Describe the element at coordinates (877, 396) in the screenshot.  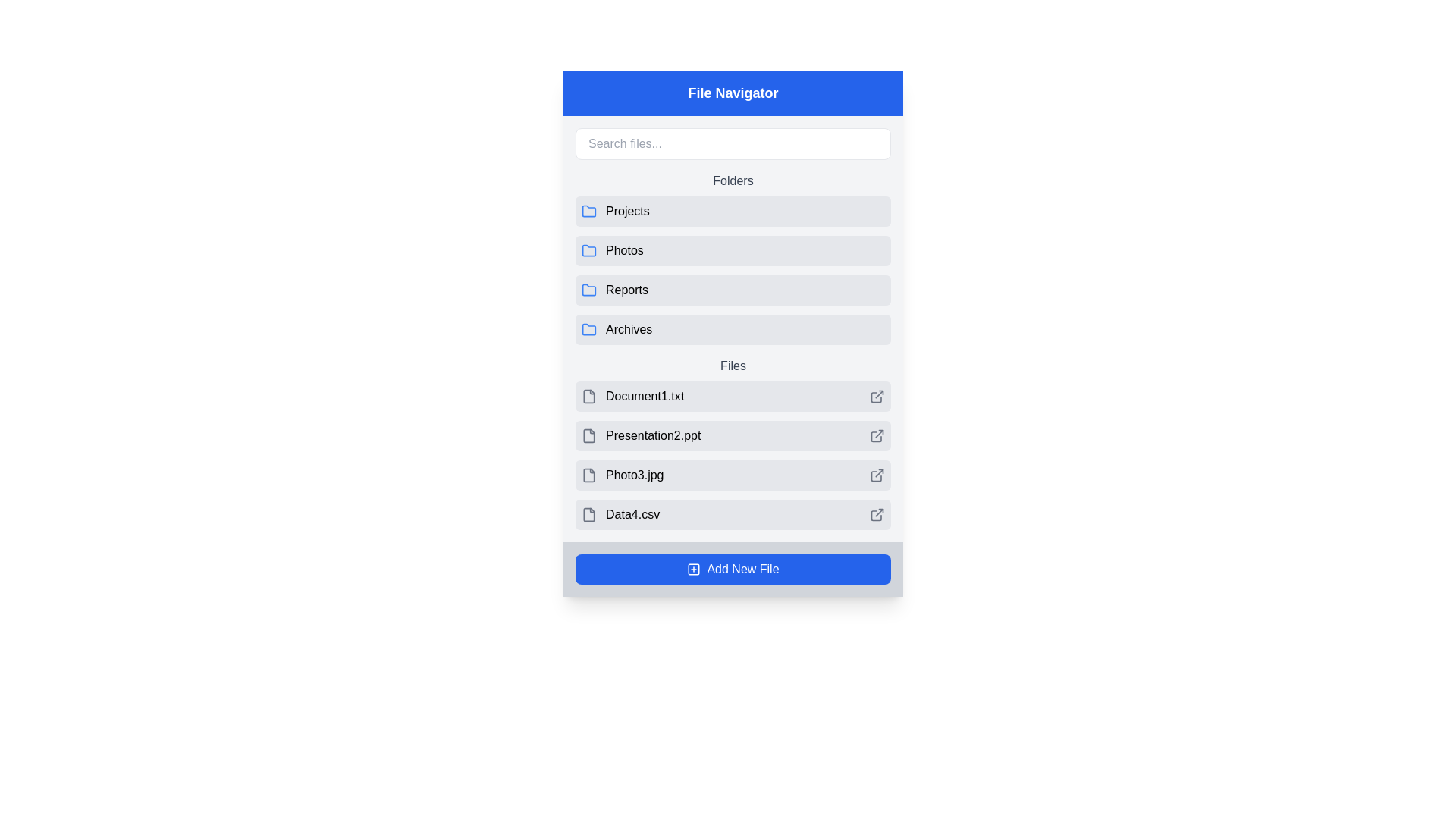
I see `the icon button representing an external link` at that location.